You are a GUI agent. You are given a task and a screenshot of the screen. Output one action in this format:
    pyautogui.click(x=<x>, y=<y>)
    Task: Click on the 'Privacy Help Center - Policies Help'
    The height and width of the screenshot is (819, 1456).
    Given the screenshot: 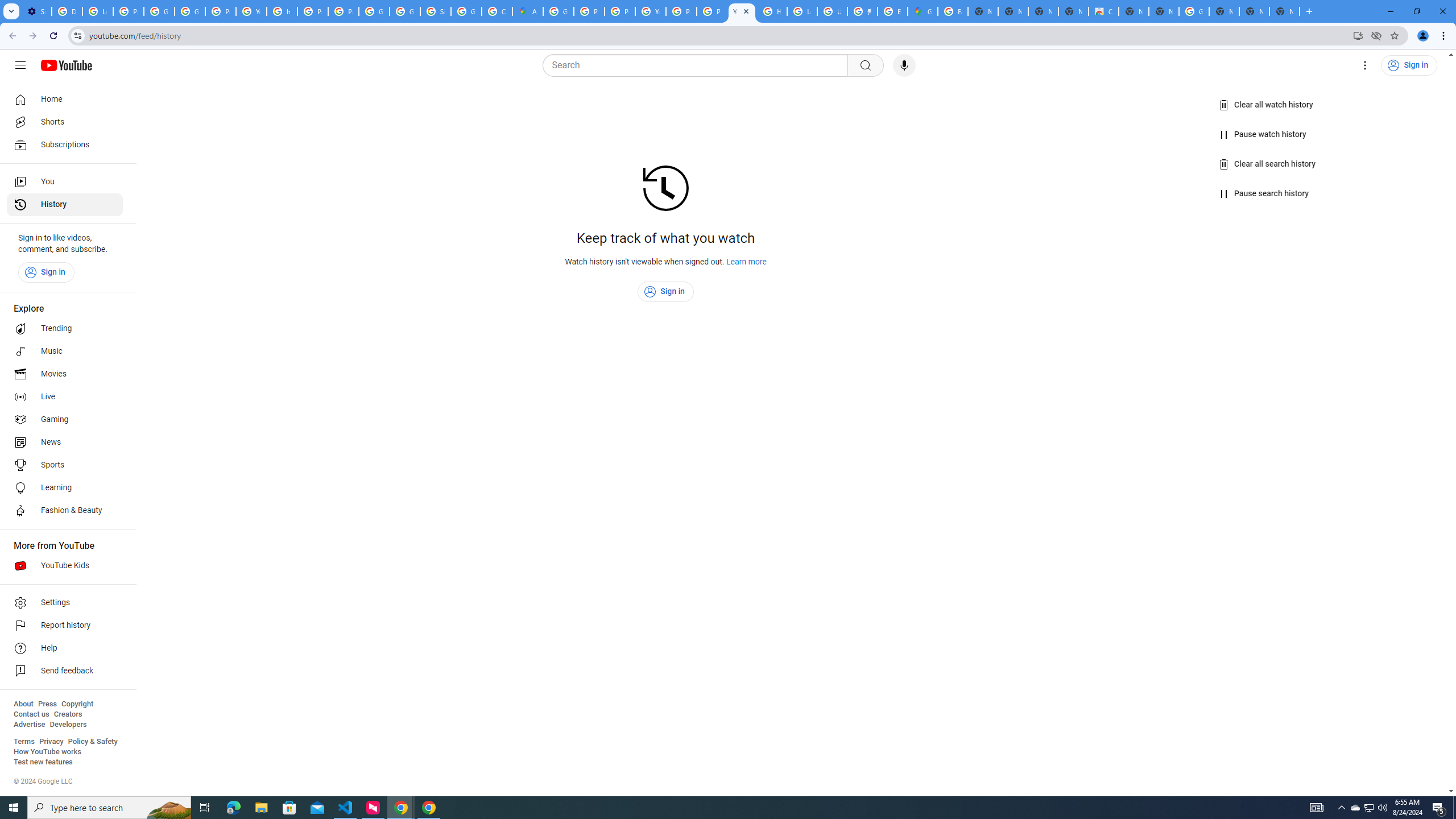 What is the action you would take?
    pyautogui.click(x=619, y=11)
    